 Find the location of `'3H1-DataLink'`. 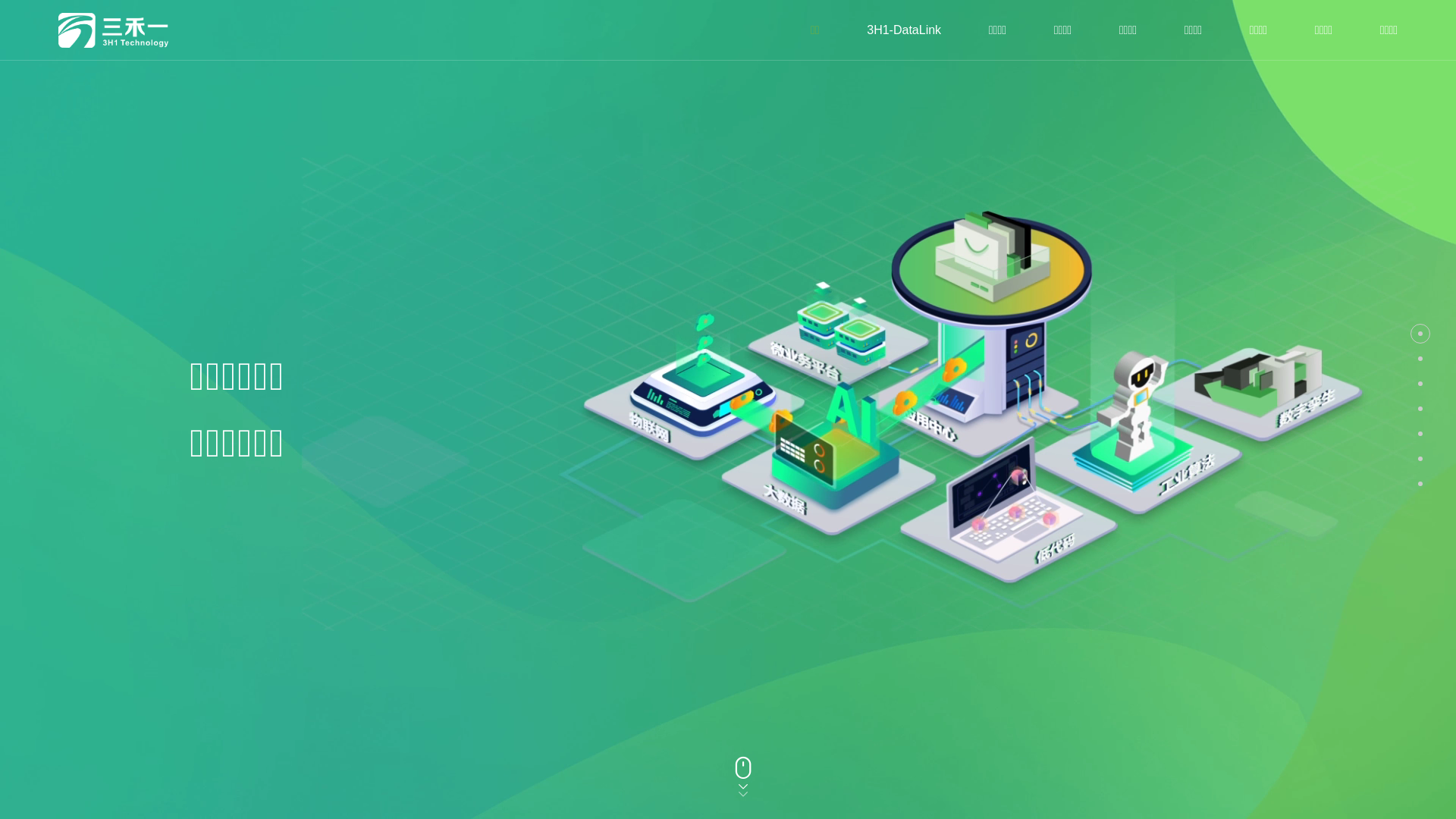

'3H1-DataLink' is located at coordinates (903, 30).